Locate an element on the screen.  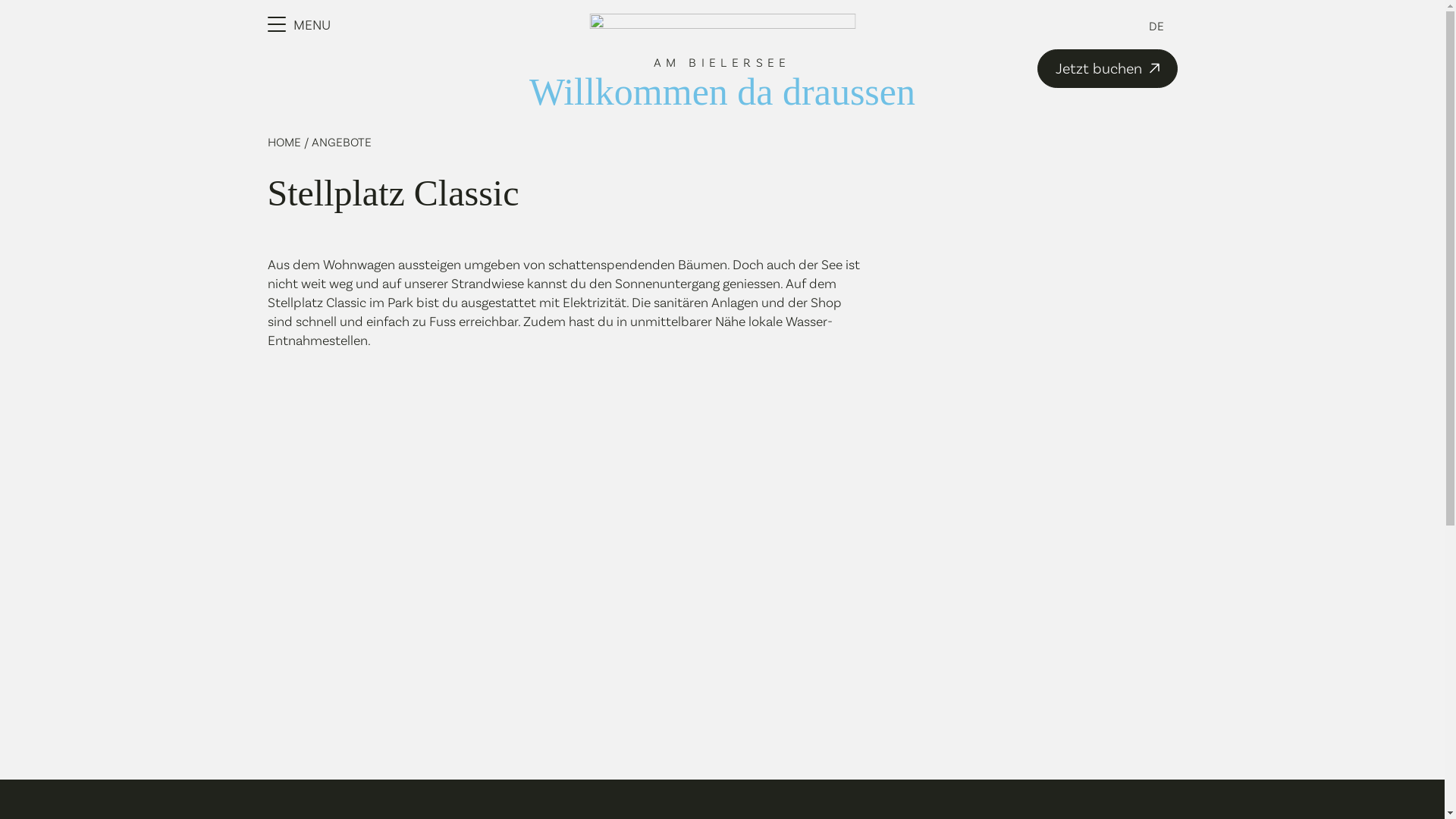
'Jetzt buchen' is located at coordinates (1107, 68).